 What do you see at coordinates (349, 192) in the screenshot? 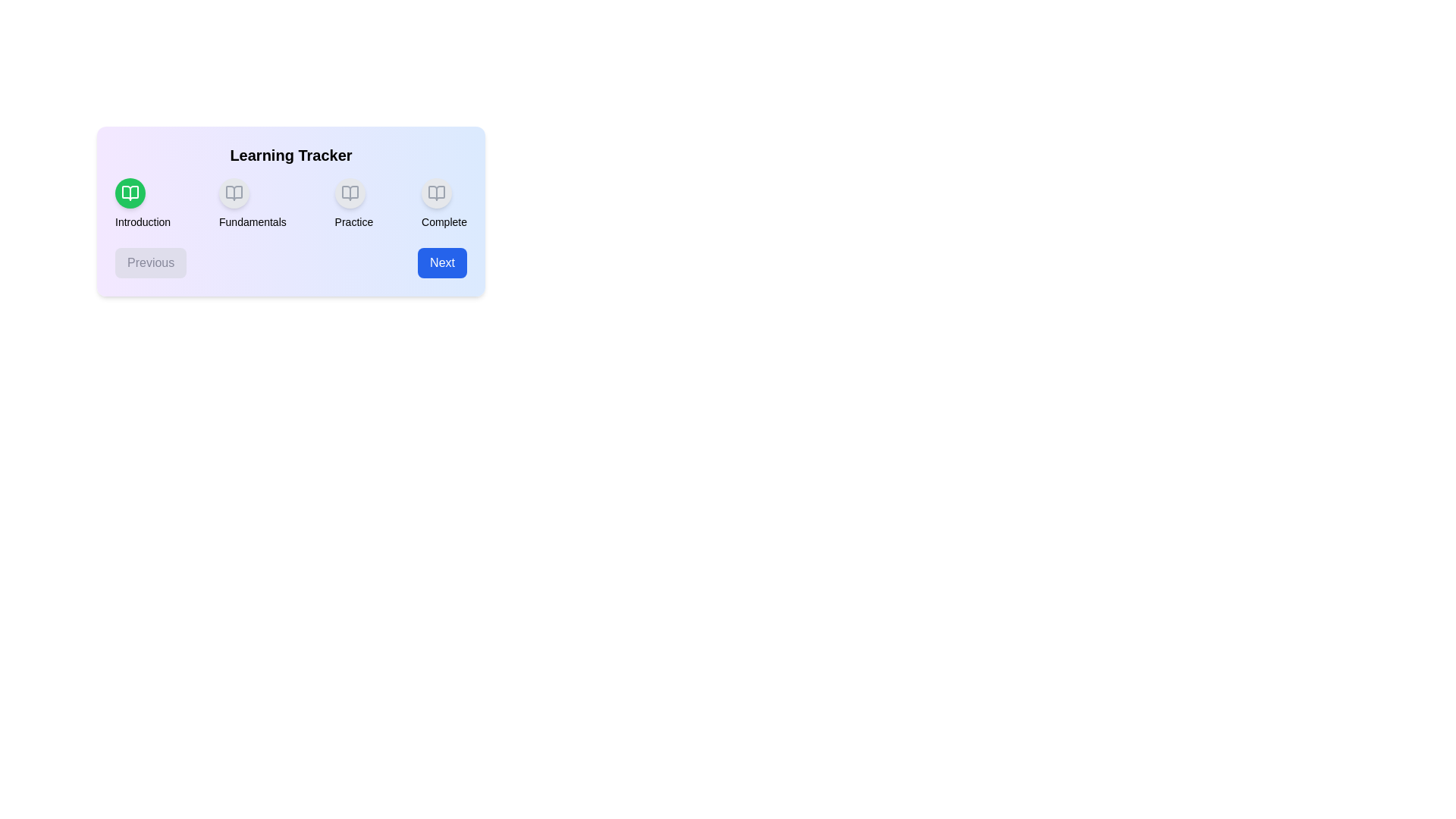
I see `the circular navigation icon with a light gray background and a gray book illustration, positioned above the 'Practice' label in the horizontal menu layout` at bounding box center [349, 192].